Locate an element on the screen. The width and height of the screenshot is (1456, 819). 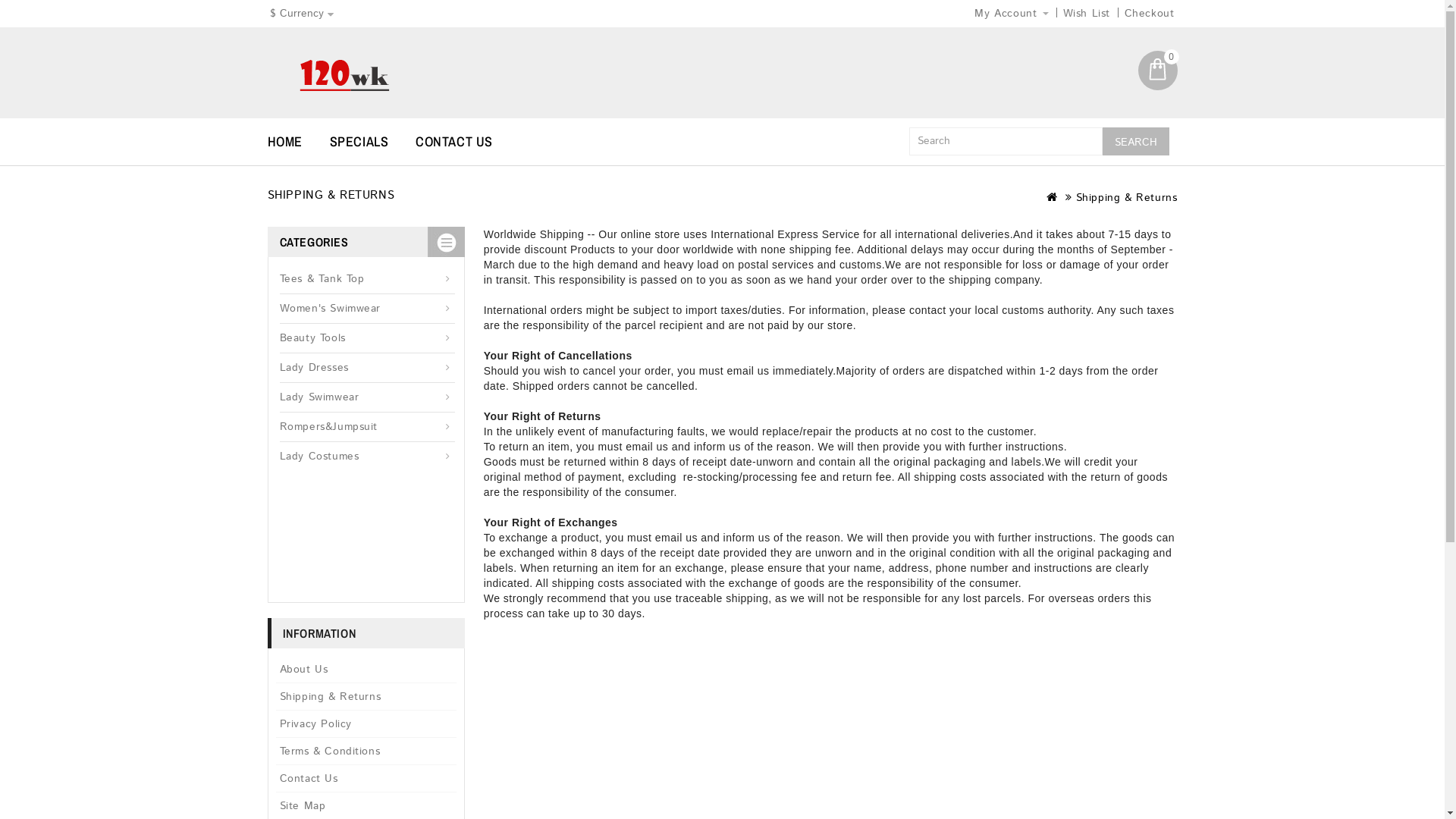
'Tees & Tank Top' is located at coordinates (366, 279).